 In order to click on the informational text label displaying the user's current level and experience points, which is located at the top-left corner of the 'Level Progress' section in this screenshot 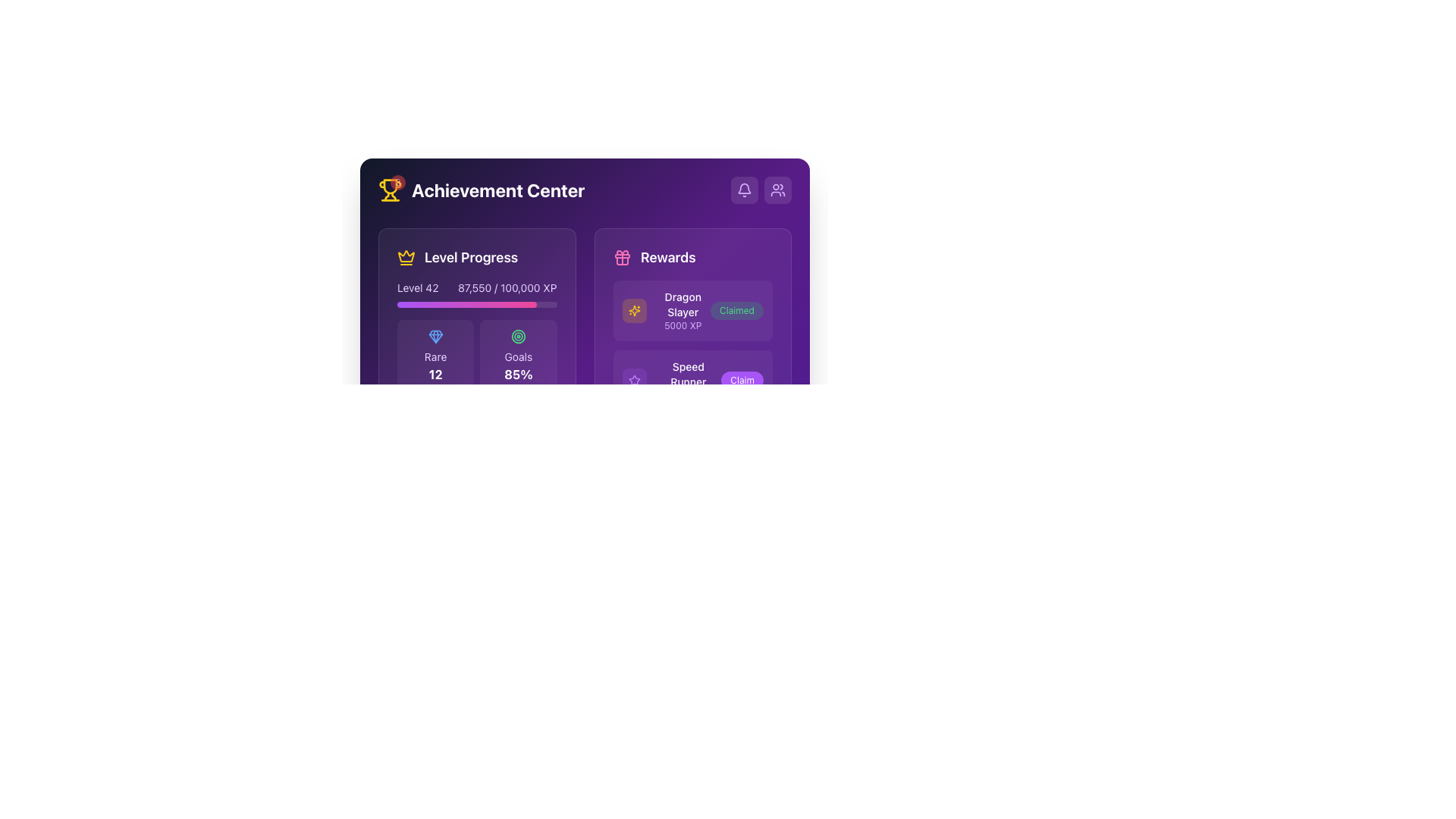, I will do `click(476, 288)`.